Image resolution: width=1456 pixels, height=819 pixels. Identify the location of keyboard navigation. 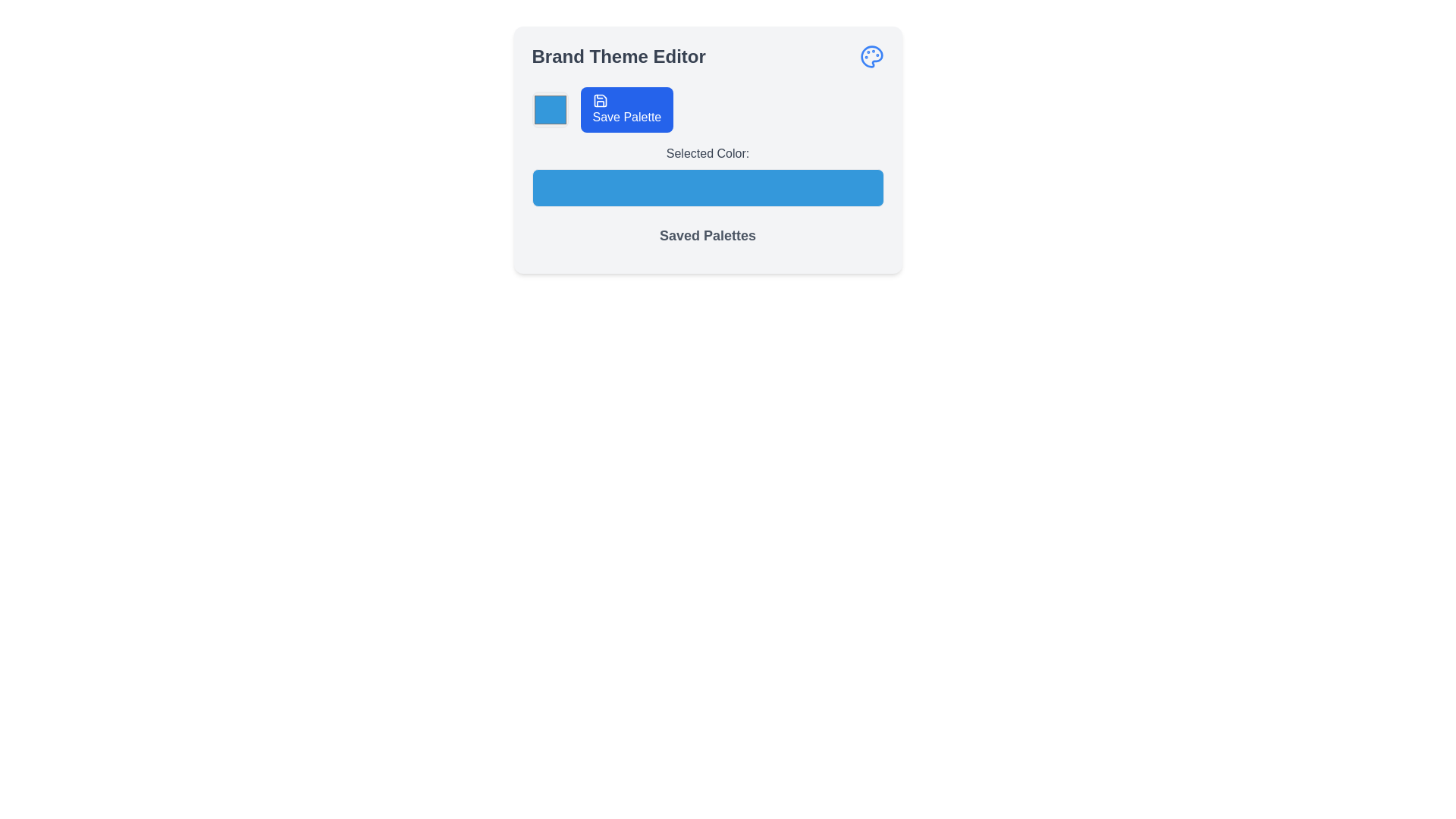
(871, 55).